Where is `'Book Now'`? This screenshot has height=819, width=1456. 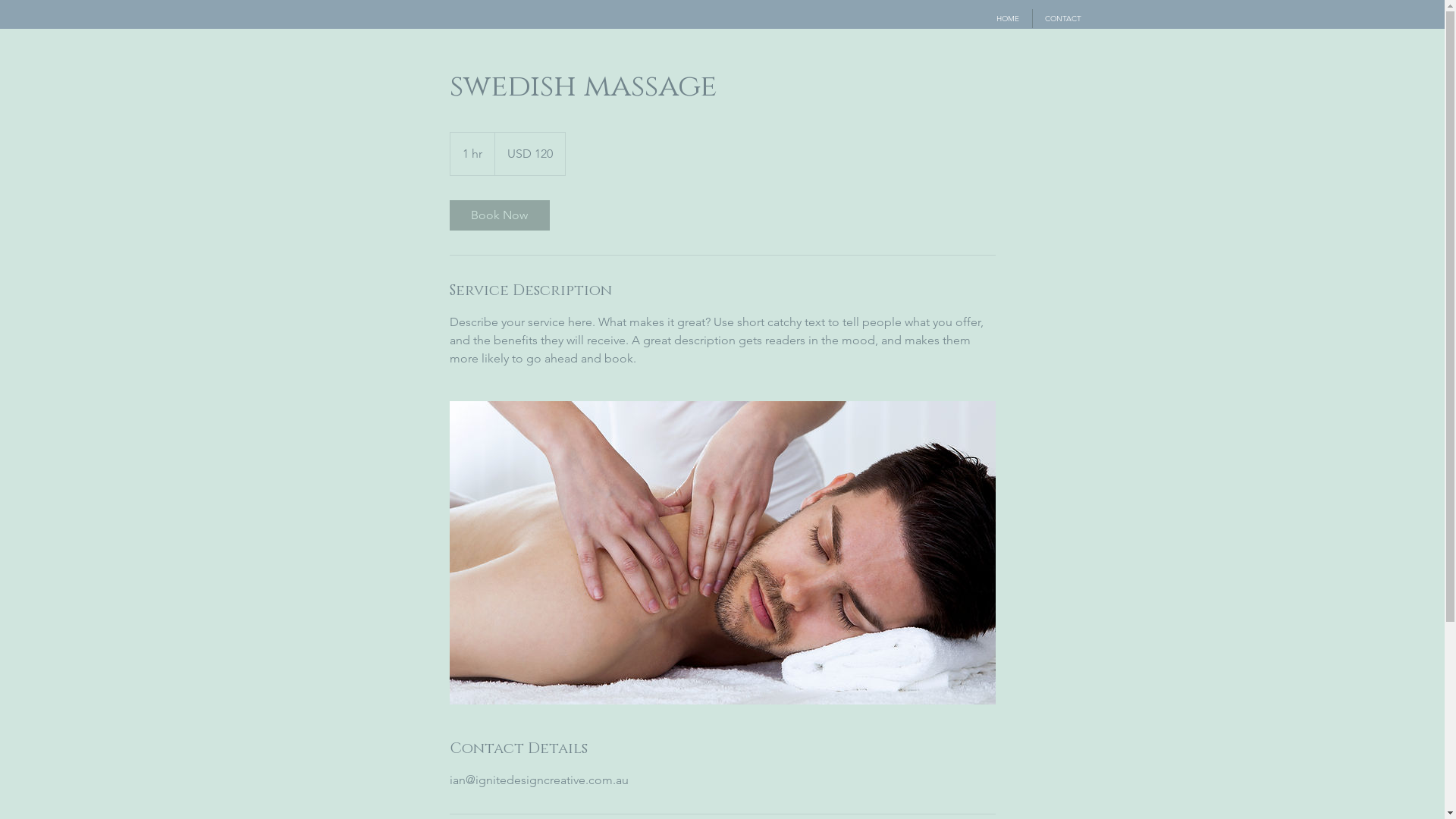 'Book Now' is located at coordinates (498, 215).